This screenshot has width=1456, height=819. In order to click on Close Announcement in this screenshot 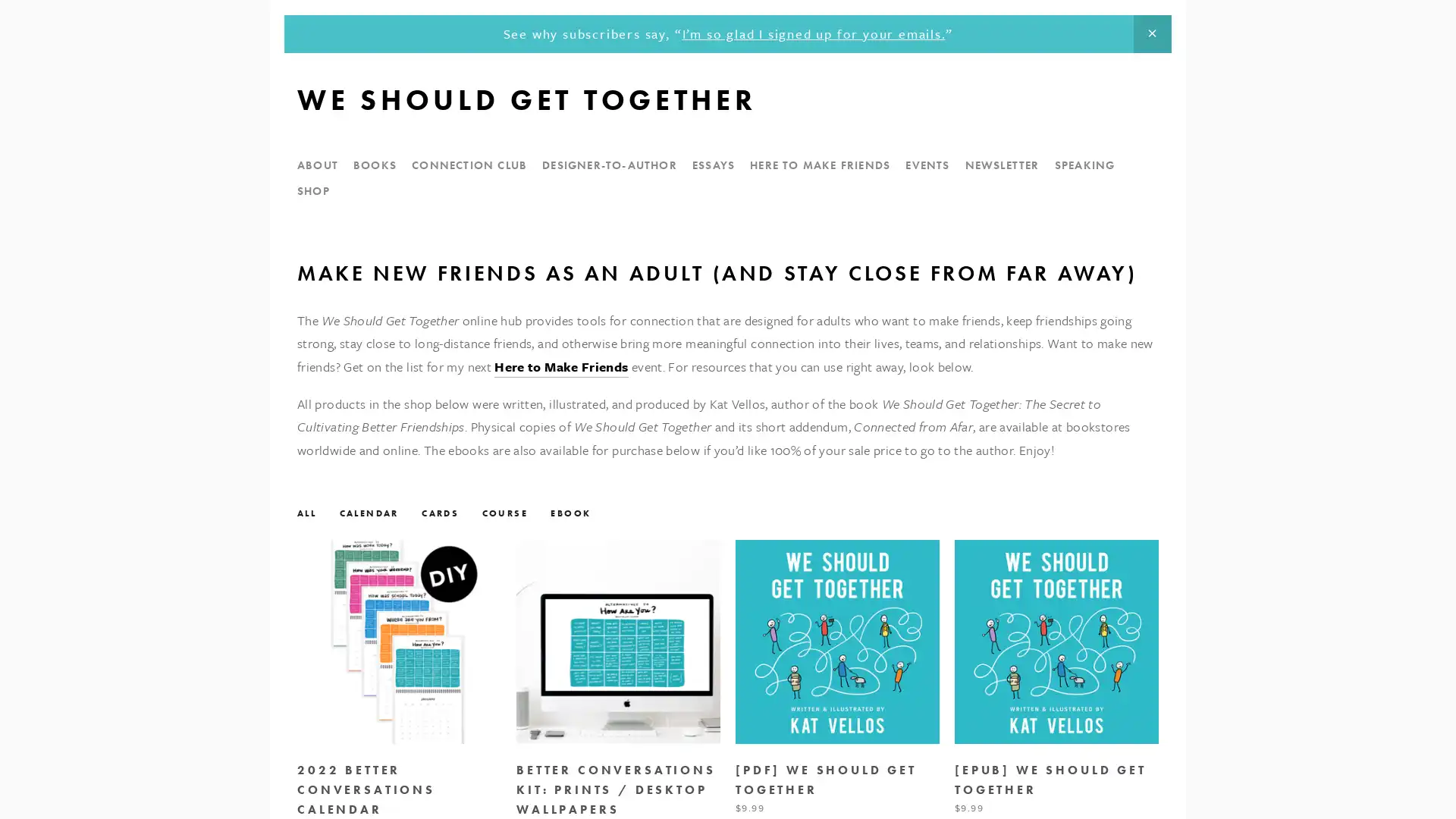, I will do `click(1152, 34)`.